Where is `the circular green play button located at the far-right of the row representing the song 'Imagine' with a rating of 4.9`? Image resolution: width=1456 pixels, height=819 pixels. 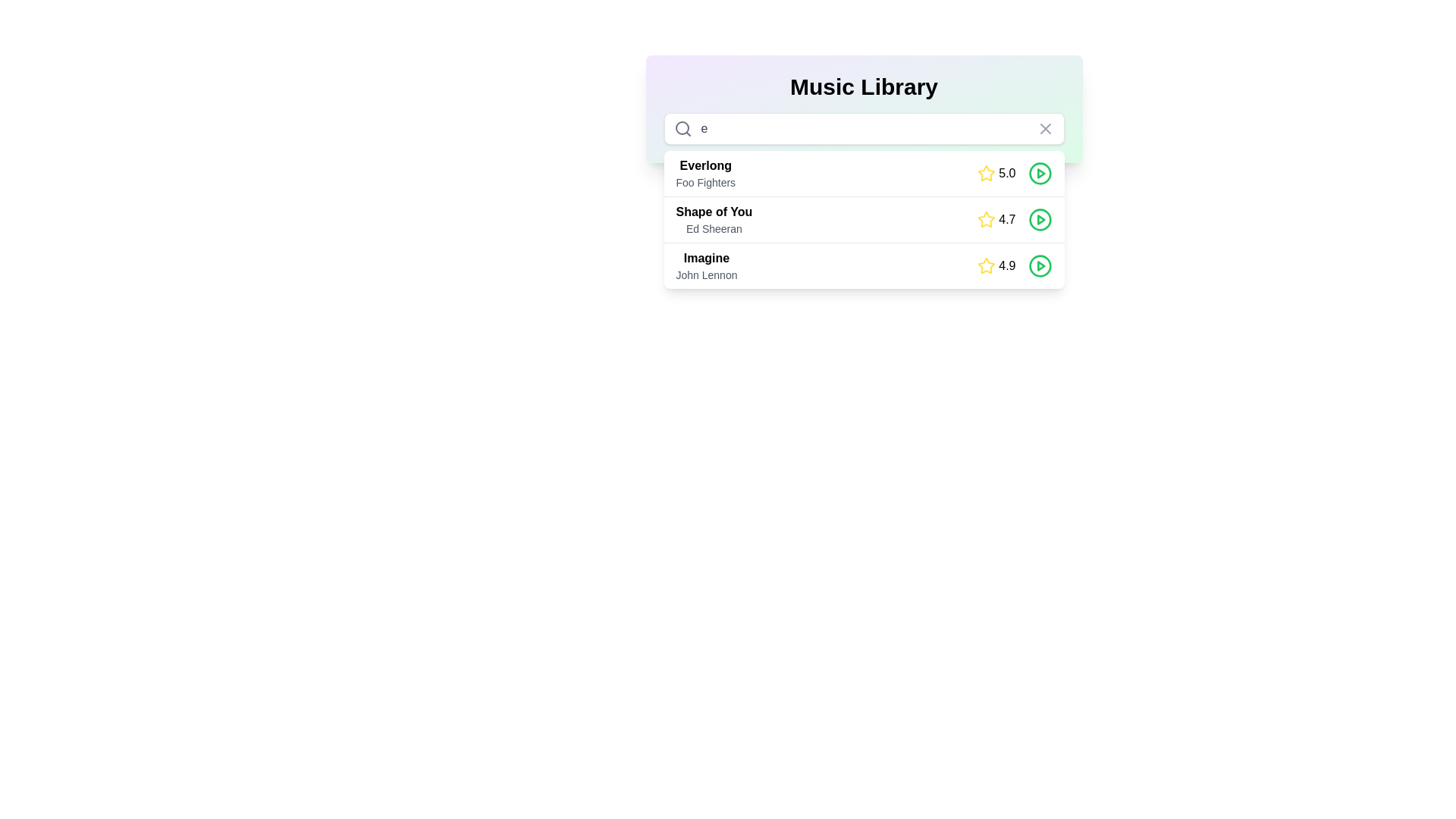
the circular green play button located at the far-right of the row representing the song 'Imagine' with a rating of 4.9 is located at coordinates (1039, 265).